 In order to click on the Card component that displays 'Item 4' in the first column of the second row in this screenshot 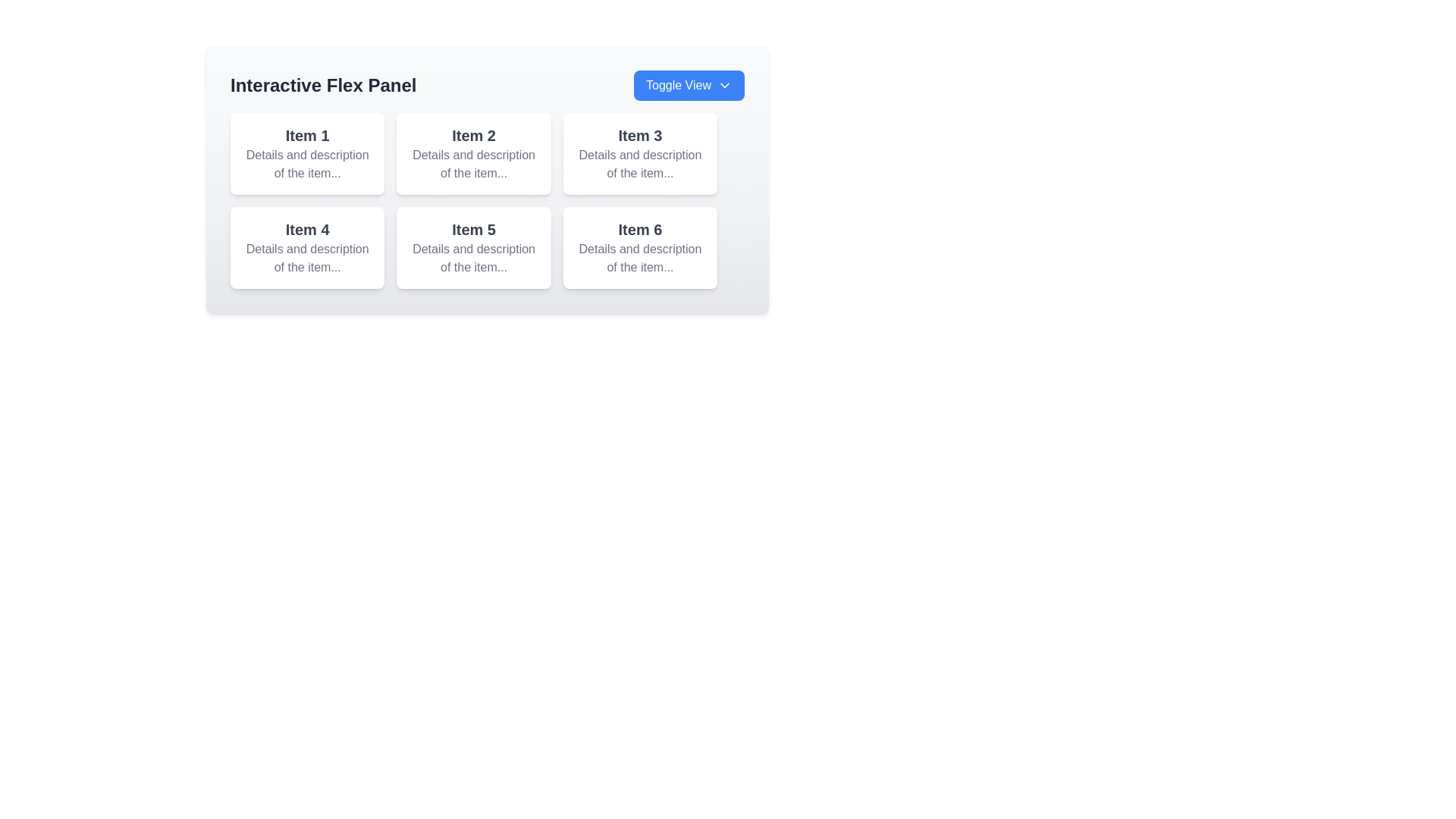, I will do `click(306, 247)`.